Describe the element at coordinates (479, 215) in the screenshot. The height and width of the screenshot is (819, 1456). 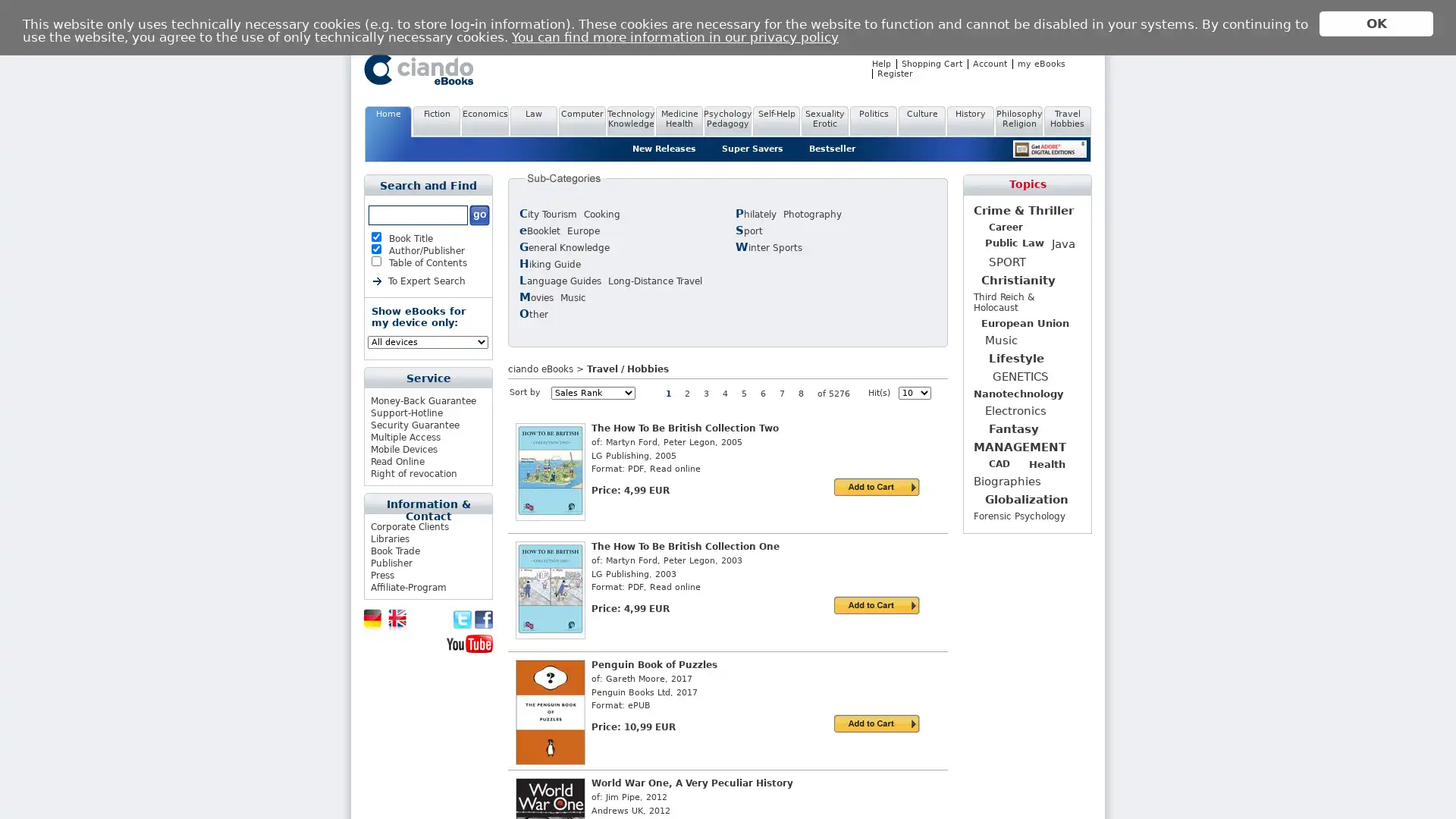
I see `Submit` at that location.